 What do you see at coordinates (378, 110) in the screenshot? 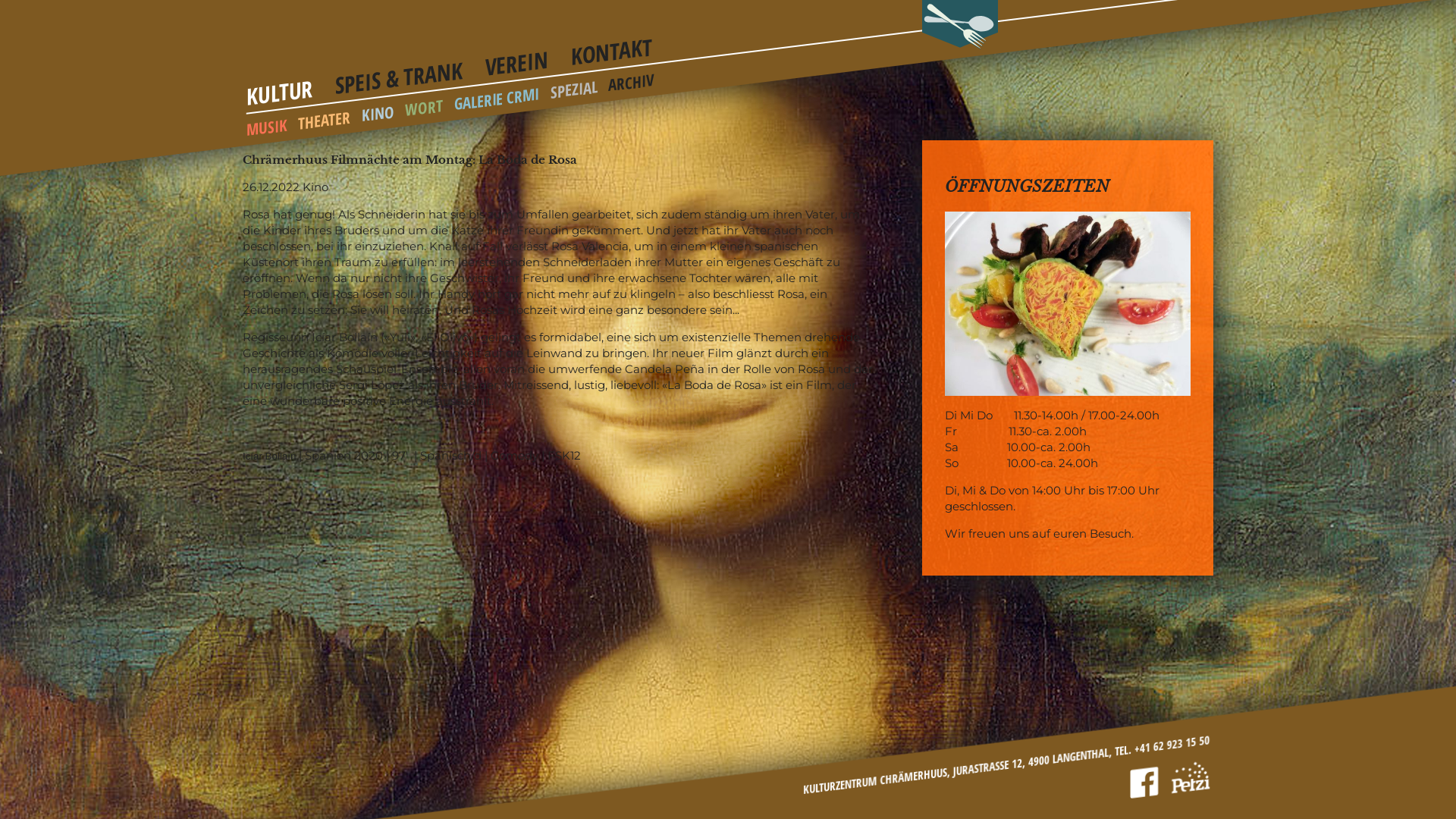
I see `'KINO'` at bounding box center [378, 110].